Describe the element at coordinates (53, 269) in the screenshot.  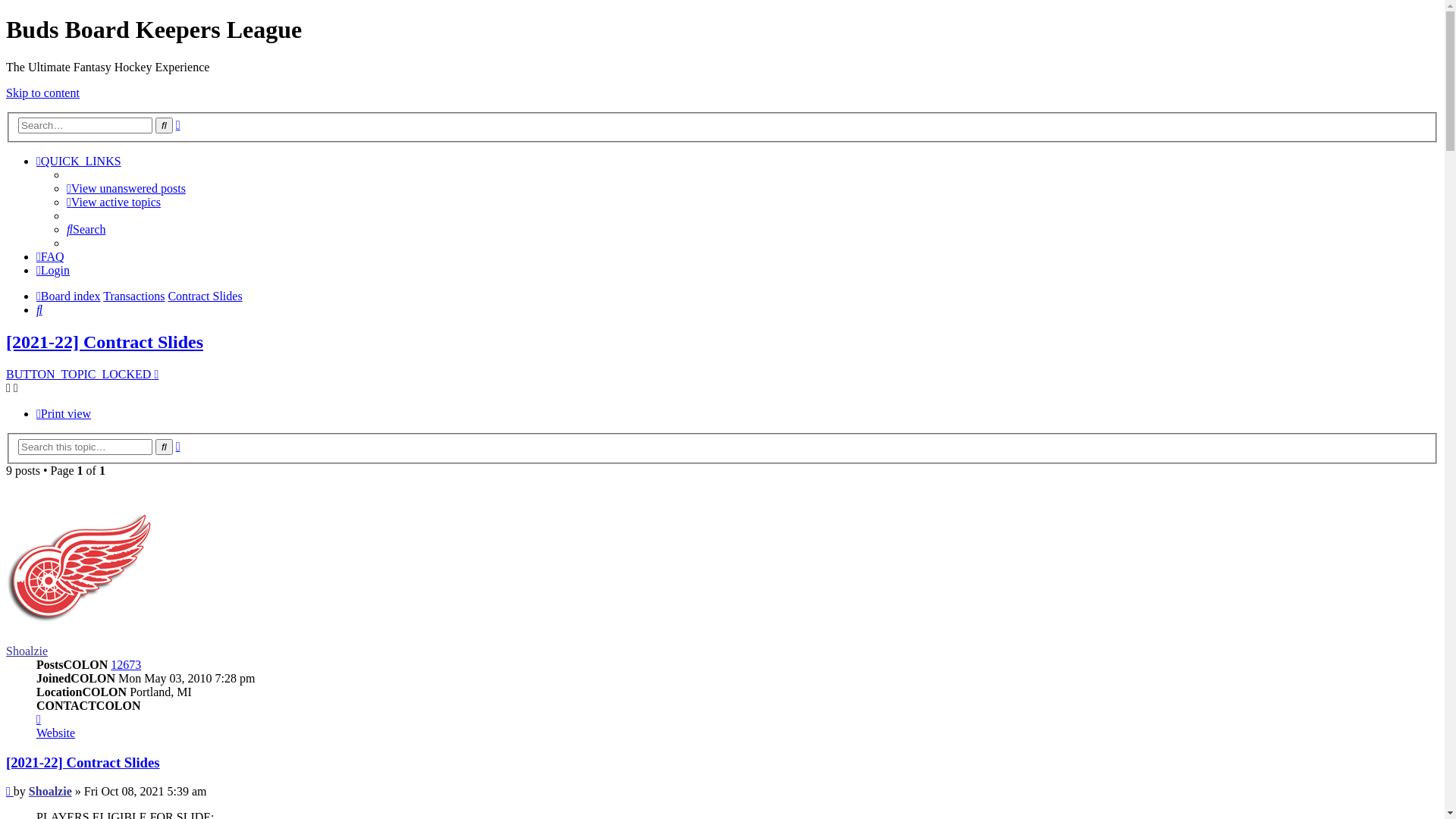
I see `'Login'` at that location.